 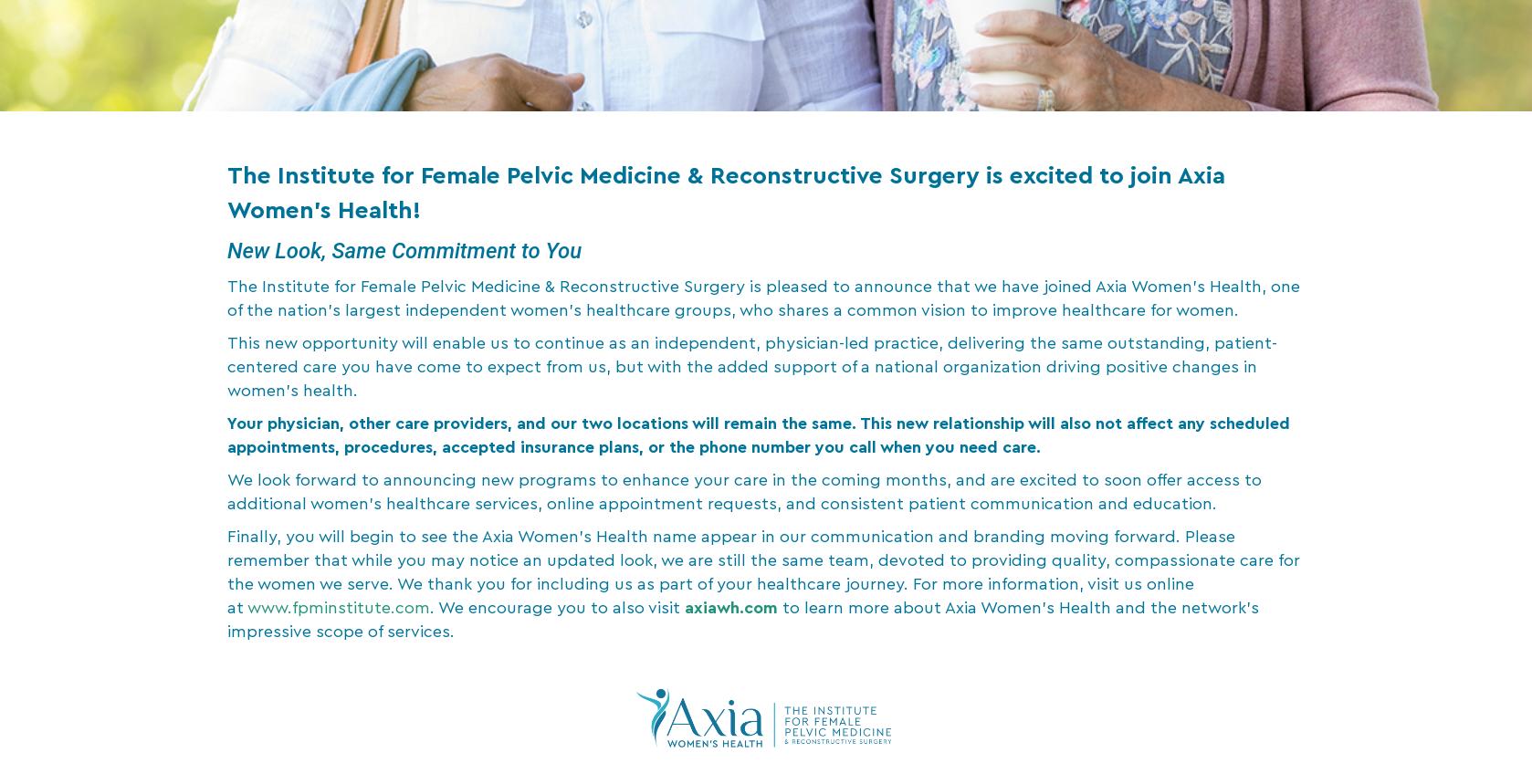 What do you see at coordinates (762, 297) in the screenshot?
I see `'The Institute for Female Pelvic Medicine & Reconstructive Surgery is pleased to announce that we have joined Axia Women’s Health, one of the nation’s largest independent women’s healthcare groups, who shares a common vision to improve healthcare for women.'` at bounding box center [762, 297].